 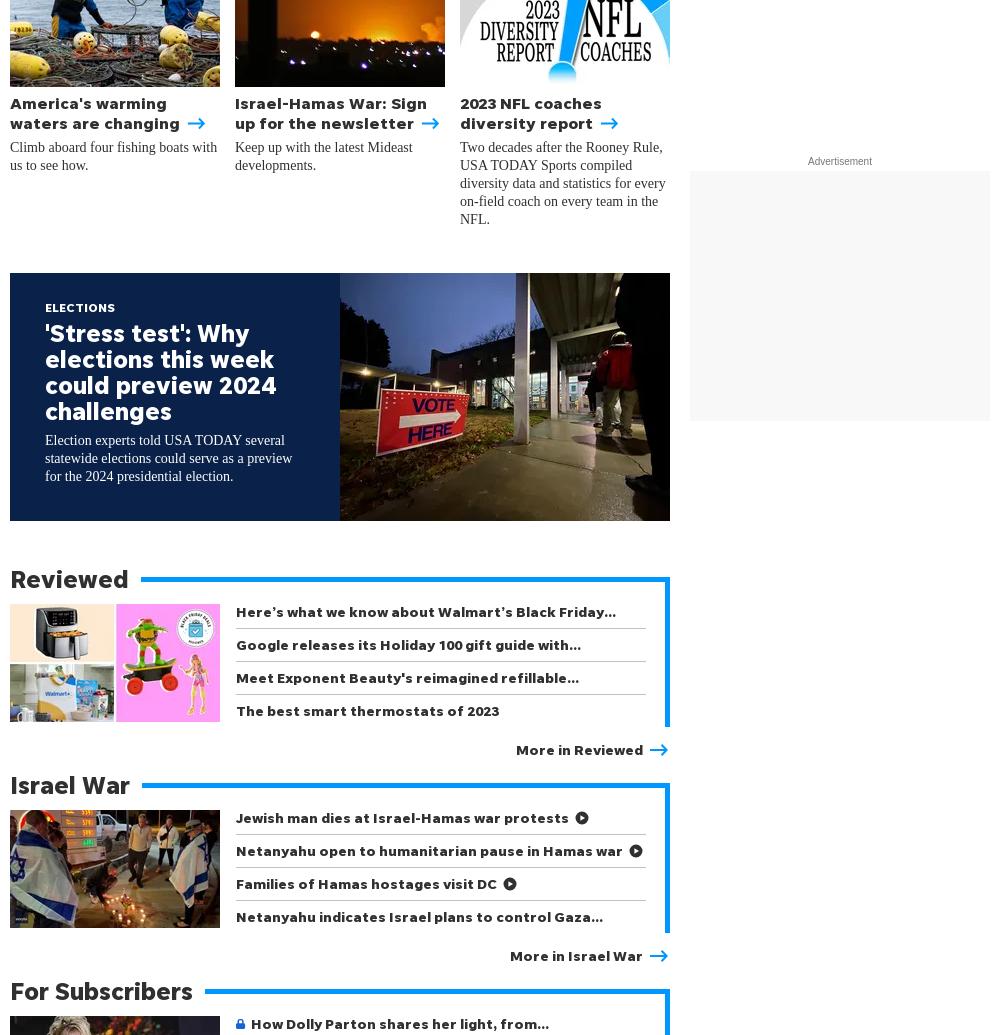 What do you see at coordinates (540, 113) in the screenshot?
I see `'2023 NFL coaches diversity report'` at bounding box center [540, 113].